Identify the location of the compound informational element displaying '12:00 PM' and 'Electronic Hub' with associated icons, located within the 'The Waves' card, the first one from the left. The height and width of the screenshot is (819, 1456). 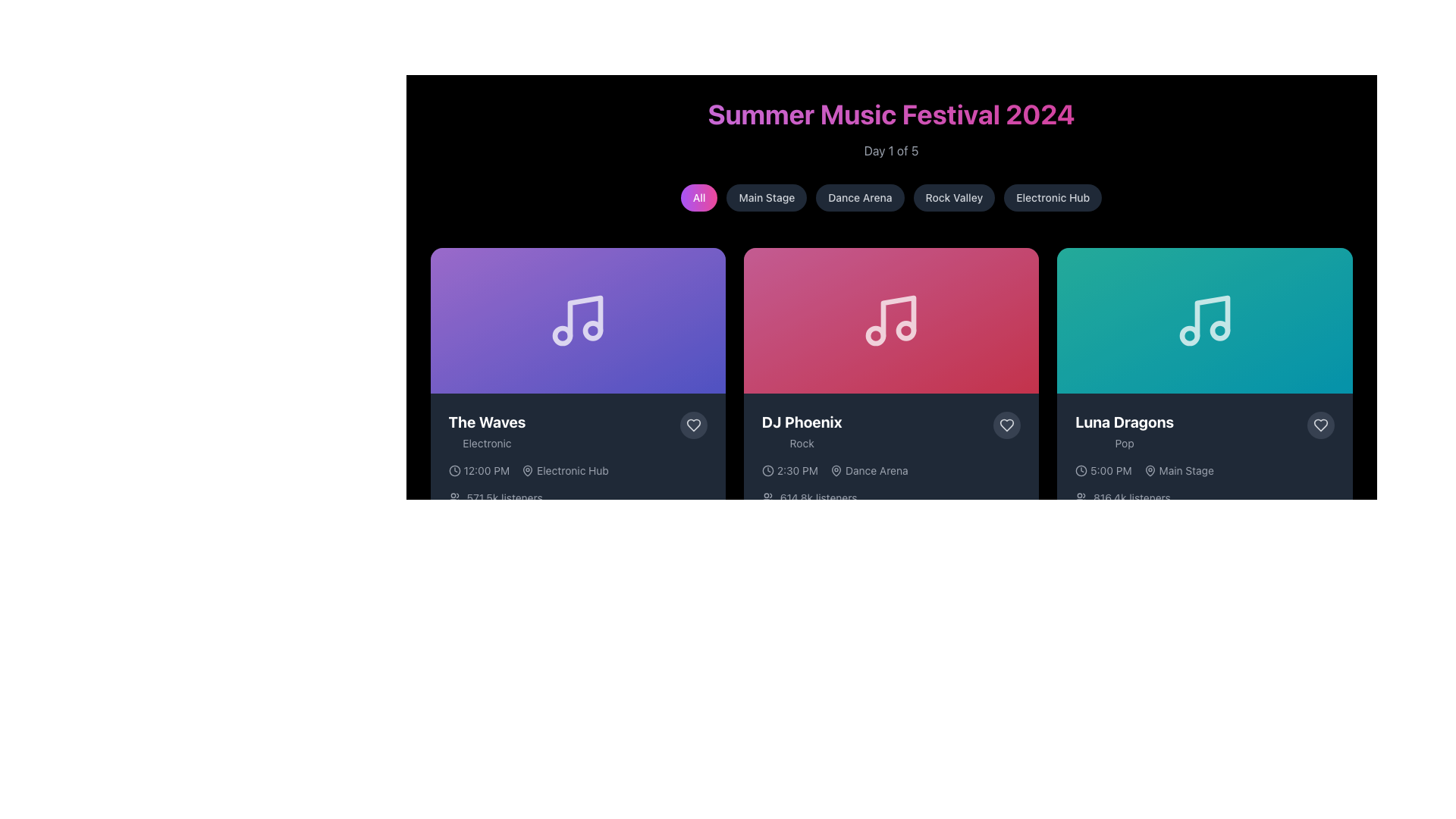
(577, 470).